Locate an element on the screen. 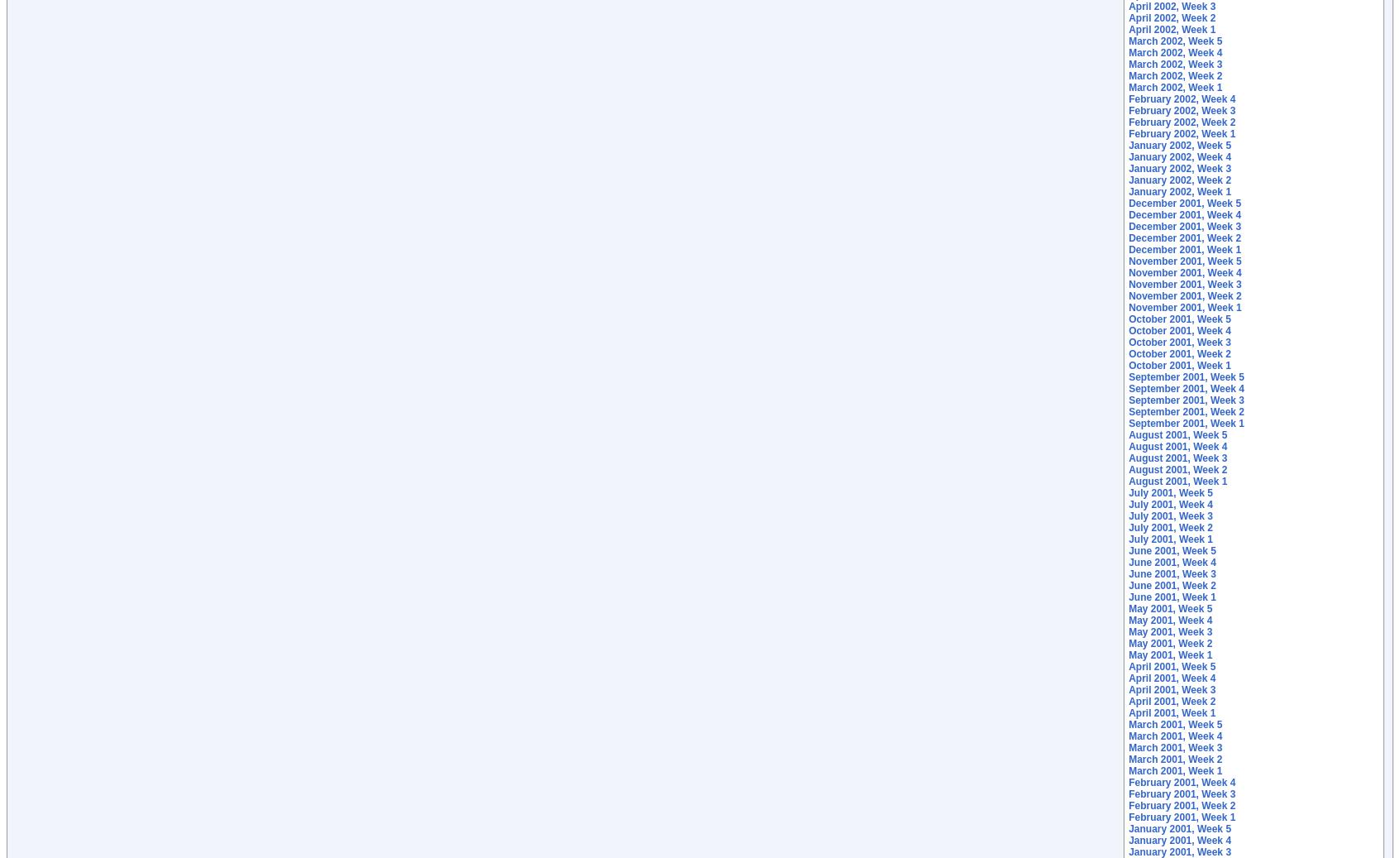 Image resolution: width=1400 pixels, height=858 pixels. 'January 2001, Week 5' is located at coordinates (1179, 828).